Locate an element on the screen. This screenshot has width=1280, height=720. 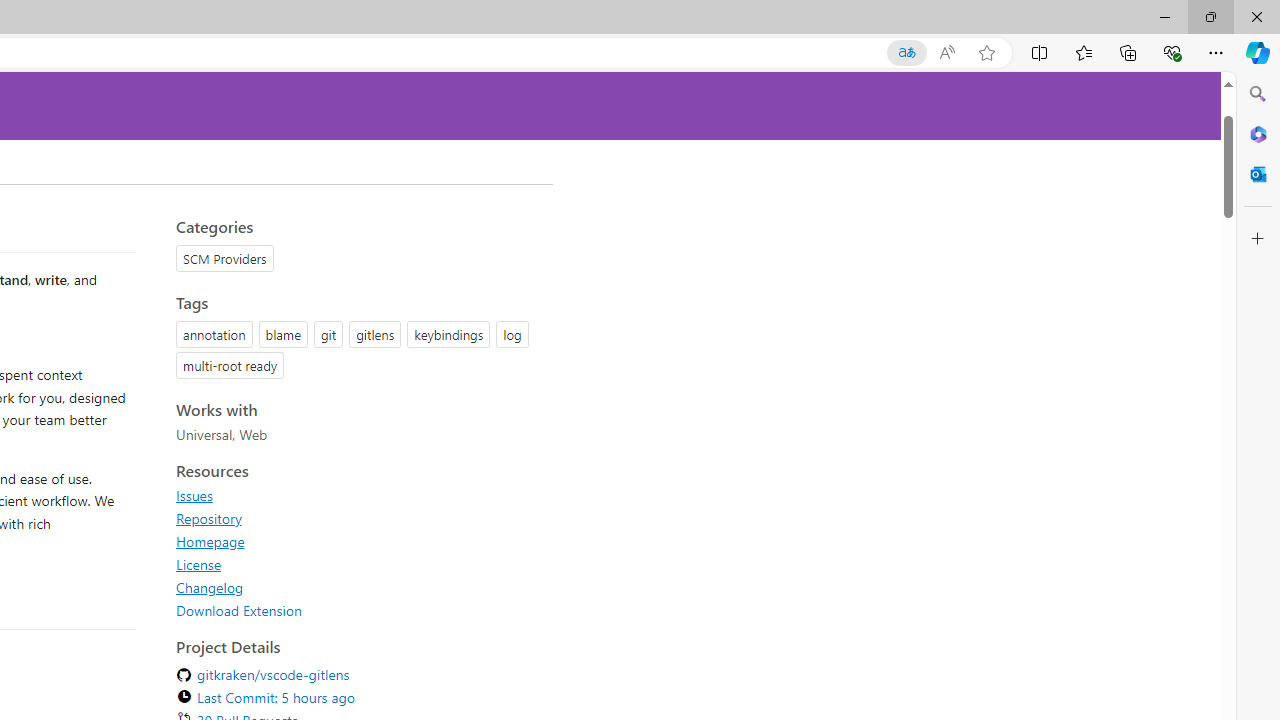
'Homepage' is located at coordinates (210, 541).